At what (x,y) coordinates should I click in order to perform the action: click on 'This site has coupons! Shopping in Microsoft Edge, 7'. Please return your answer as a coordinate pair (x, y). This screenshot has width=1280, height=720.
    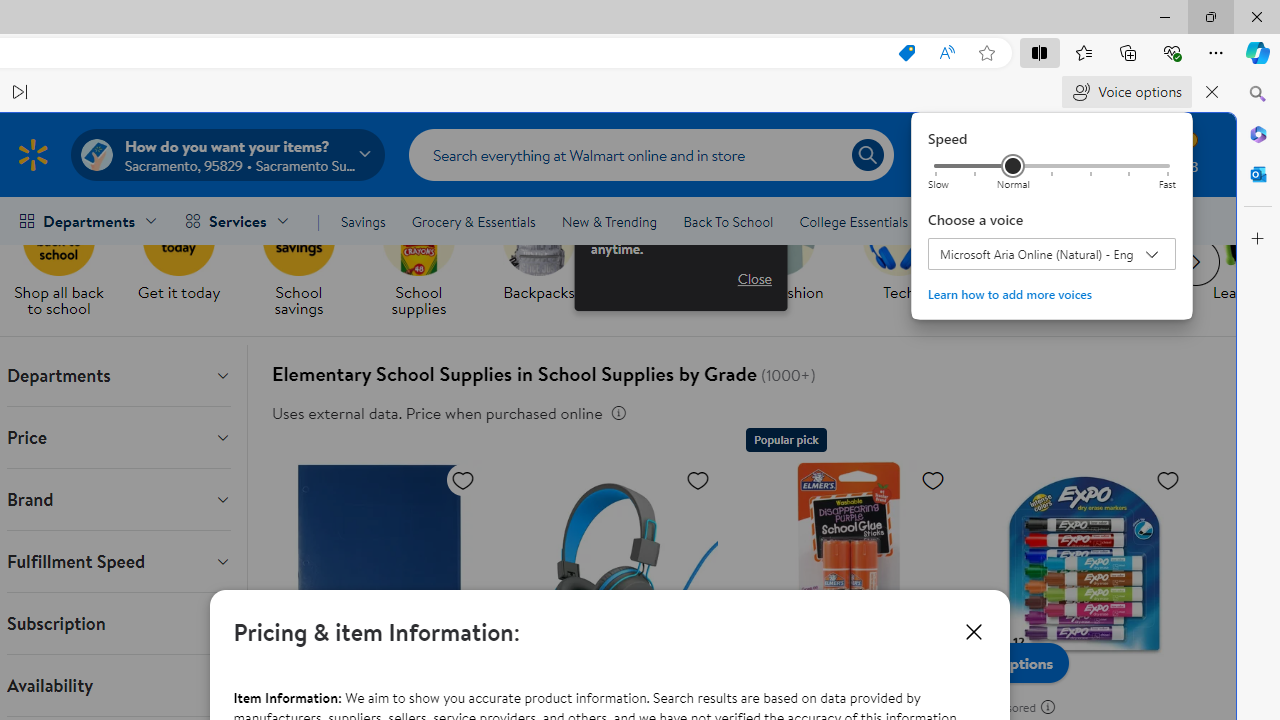
    Looking at the image, I should click on (905, 52).